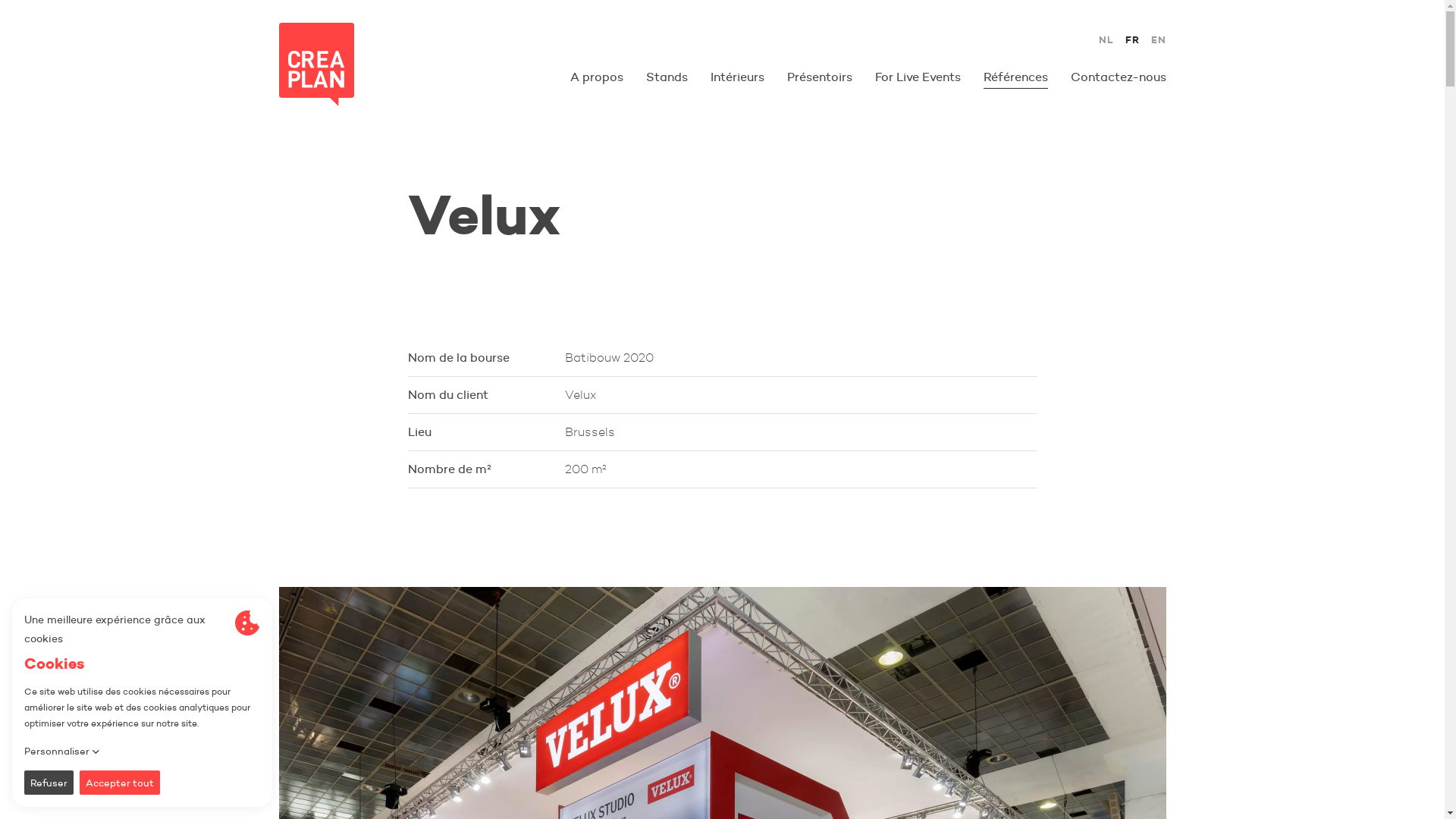 The height and width of the screenshot is (819, 1456). Describe the element at coordinates (596, 77) in the screenshot. I see `'A propos'` at that location.